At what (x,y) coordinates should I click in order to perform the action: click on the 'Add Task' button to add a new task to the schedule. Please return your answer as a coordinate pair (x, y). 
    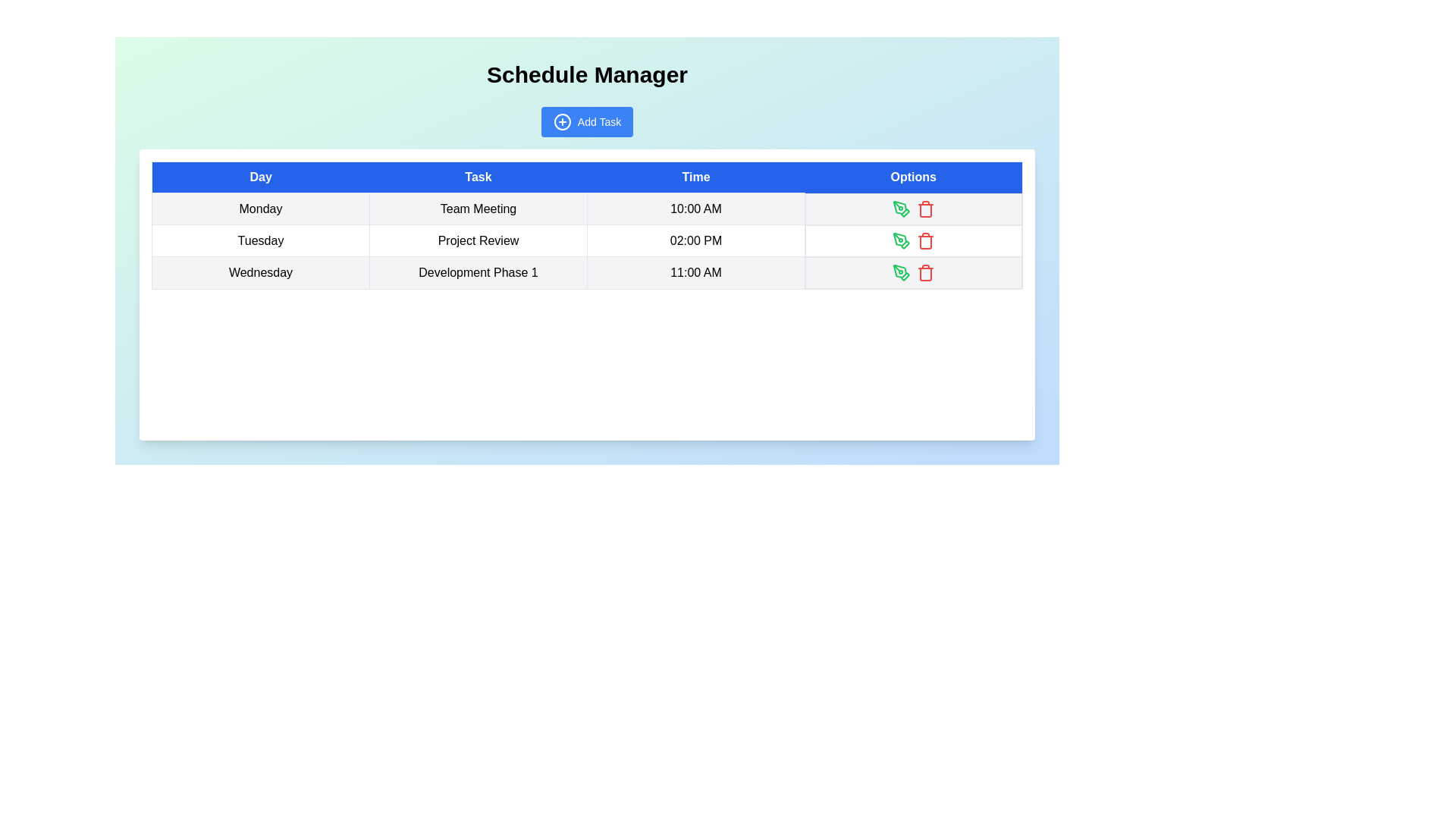
    Looking at the image, I should click on (586, 121).